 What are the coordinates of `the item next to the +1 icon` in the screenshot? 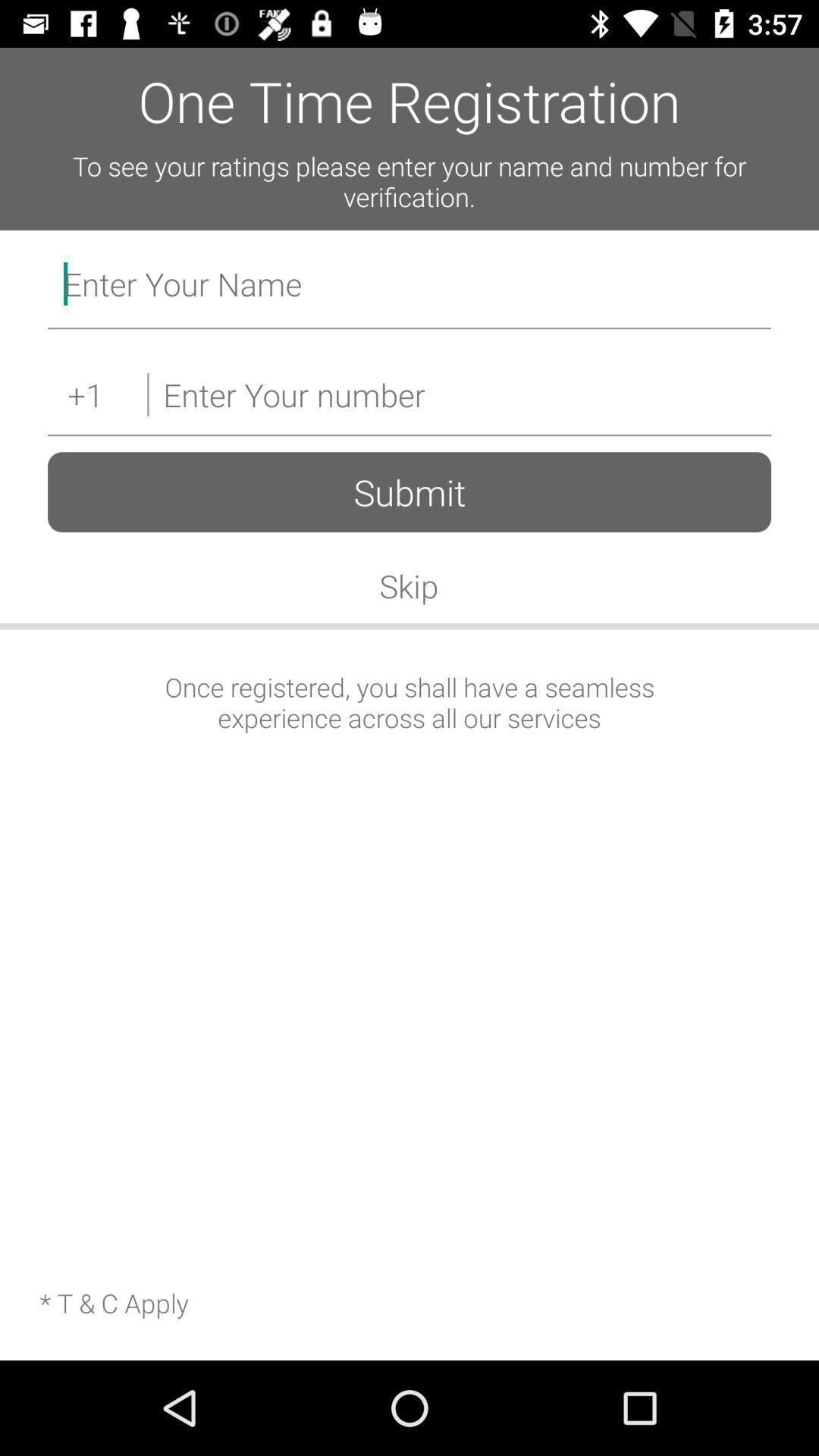 It's located at (458, 394).